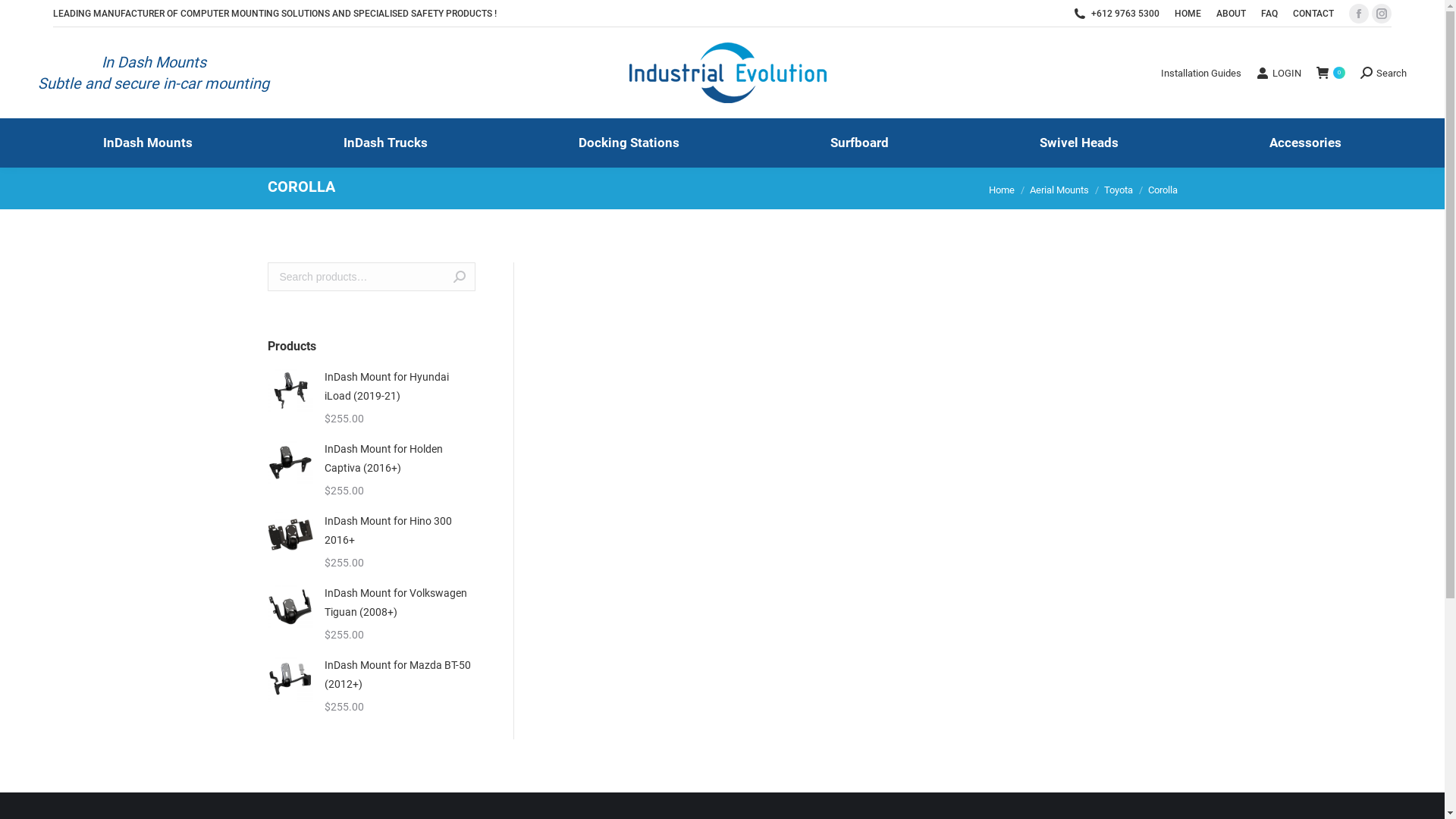 The height and width of the screenshot is (819, 1456). I want to click on 'InDash Mount for Mazda BT-50 (2012+)', so click(400, 674).